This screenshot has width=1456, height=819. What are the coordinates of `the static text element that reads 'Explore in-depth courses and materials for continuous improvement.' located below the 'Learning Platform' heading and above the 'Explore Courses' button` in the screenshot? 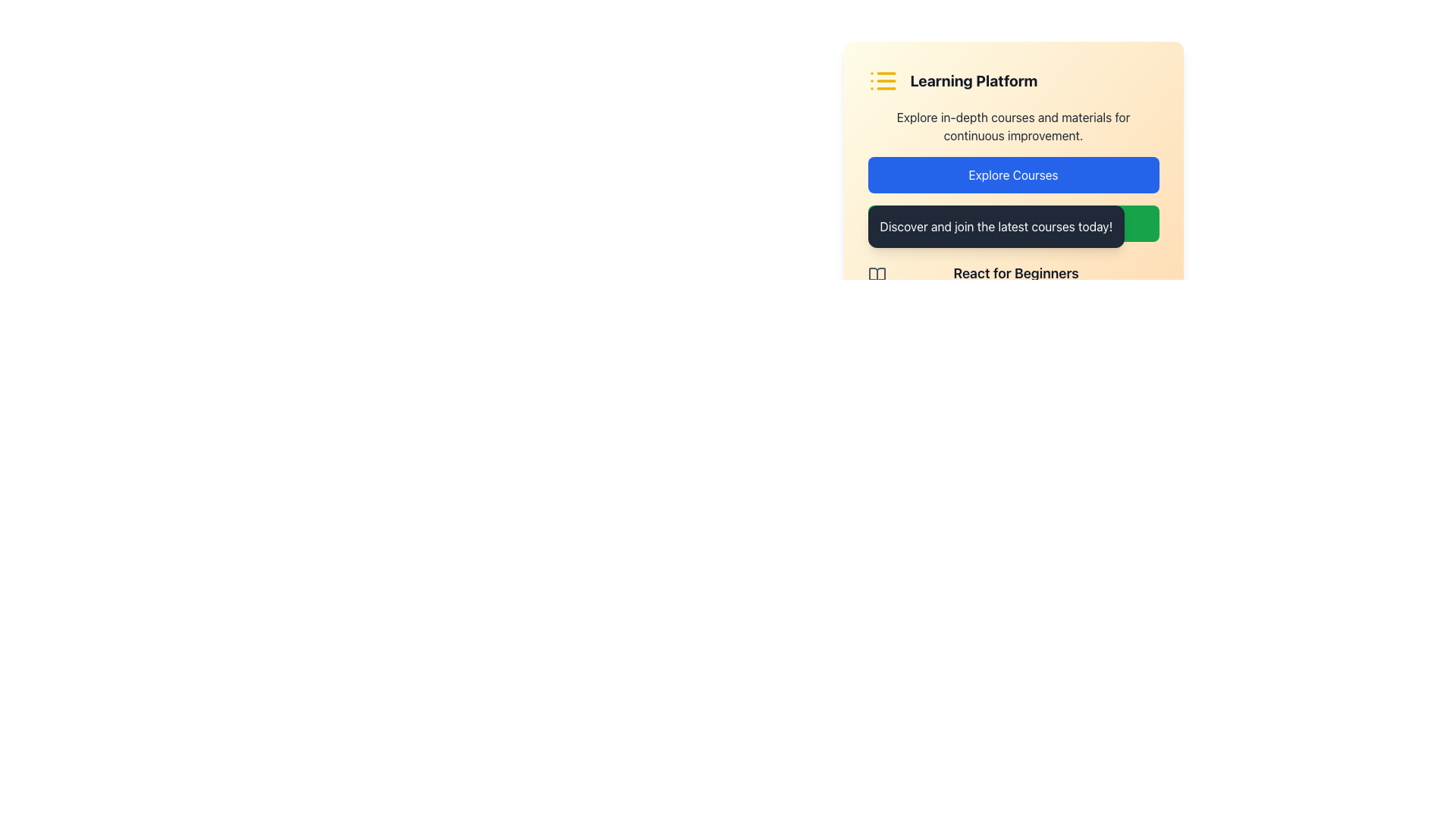 It's located at (1013, 125).